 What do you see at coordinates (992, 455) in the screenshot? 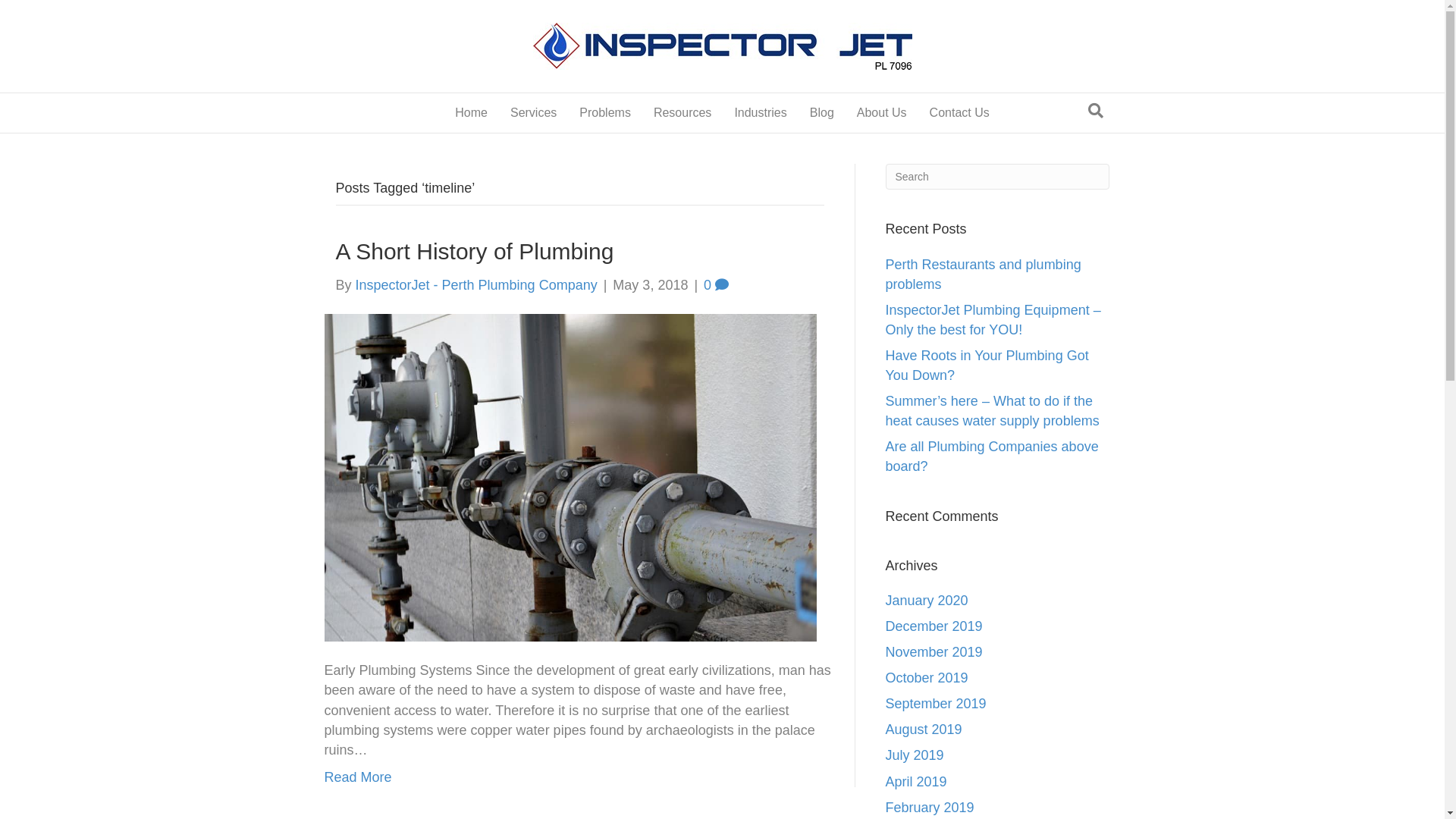
I see `'Are all Plumbing Companies above board?'` at bounding box center [992, 455].